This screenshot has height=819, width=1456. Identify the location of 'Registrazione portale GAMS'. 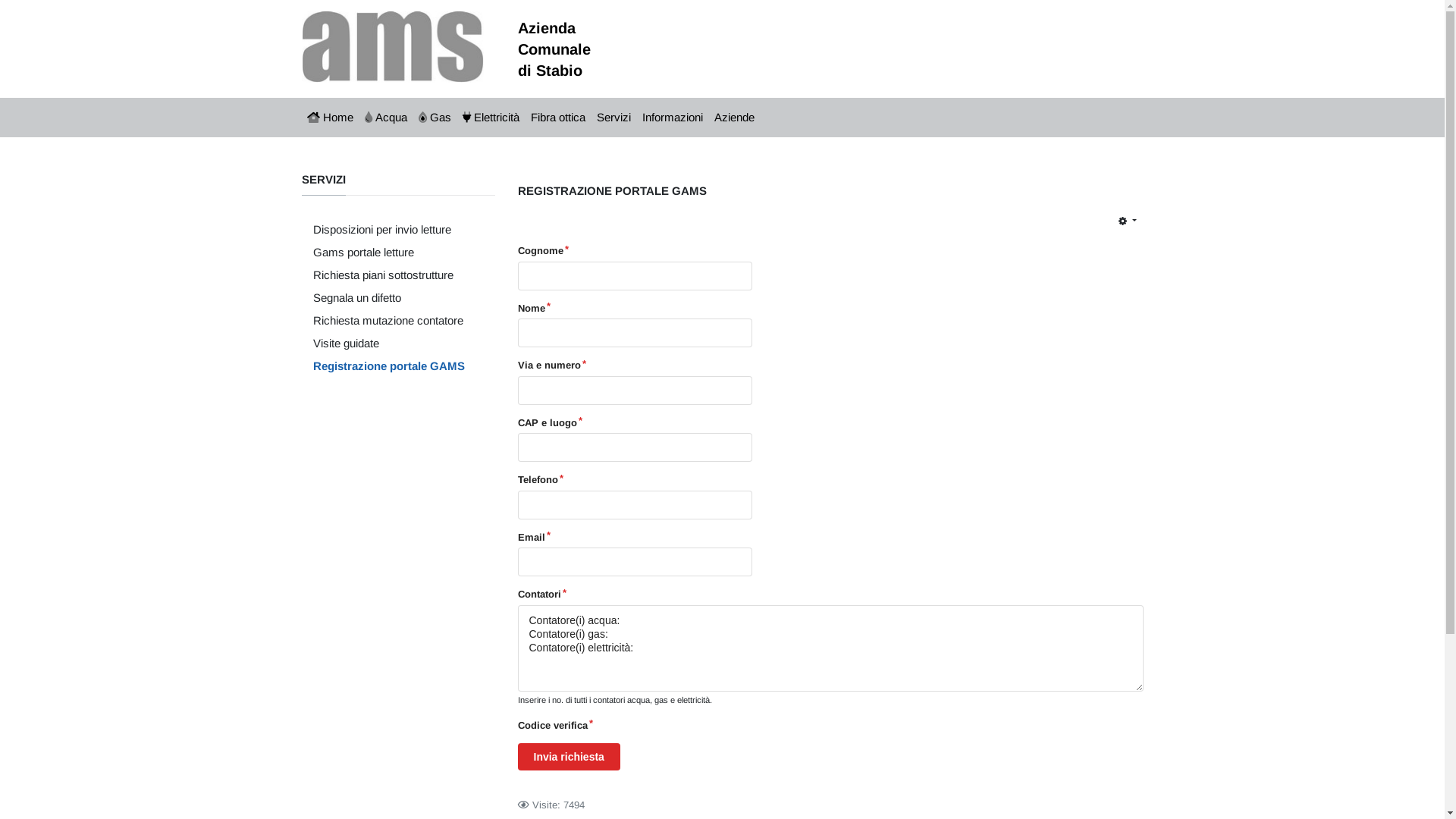
(388, 366).